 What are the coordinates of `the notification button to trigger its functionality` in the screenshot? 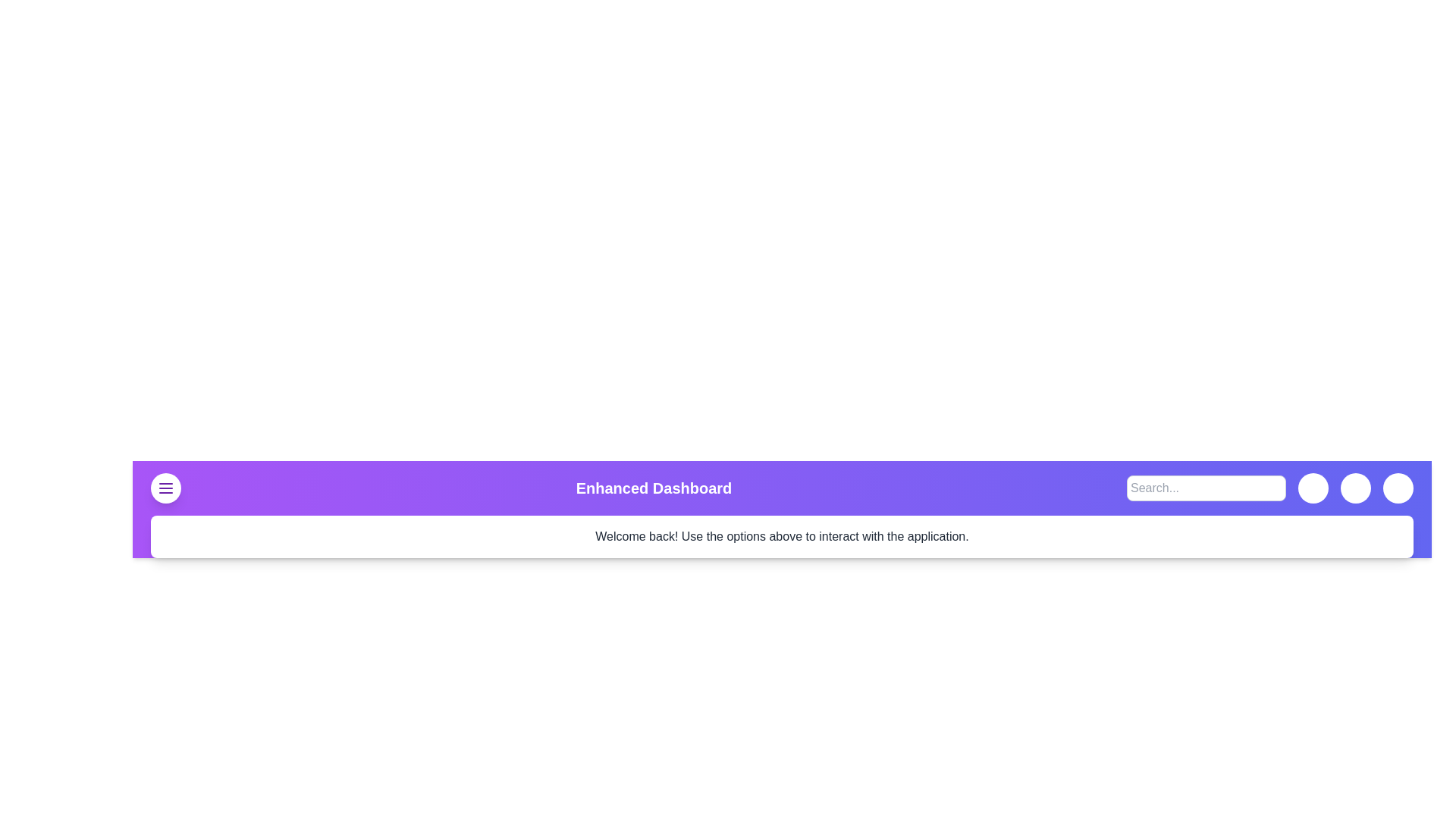 It's located at (1355, 488).